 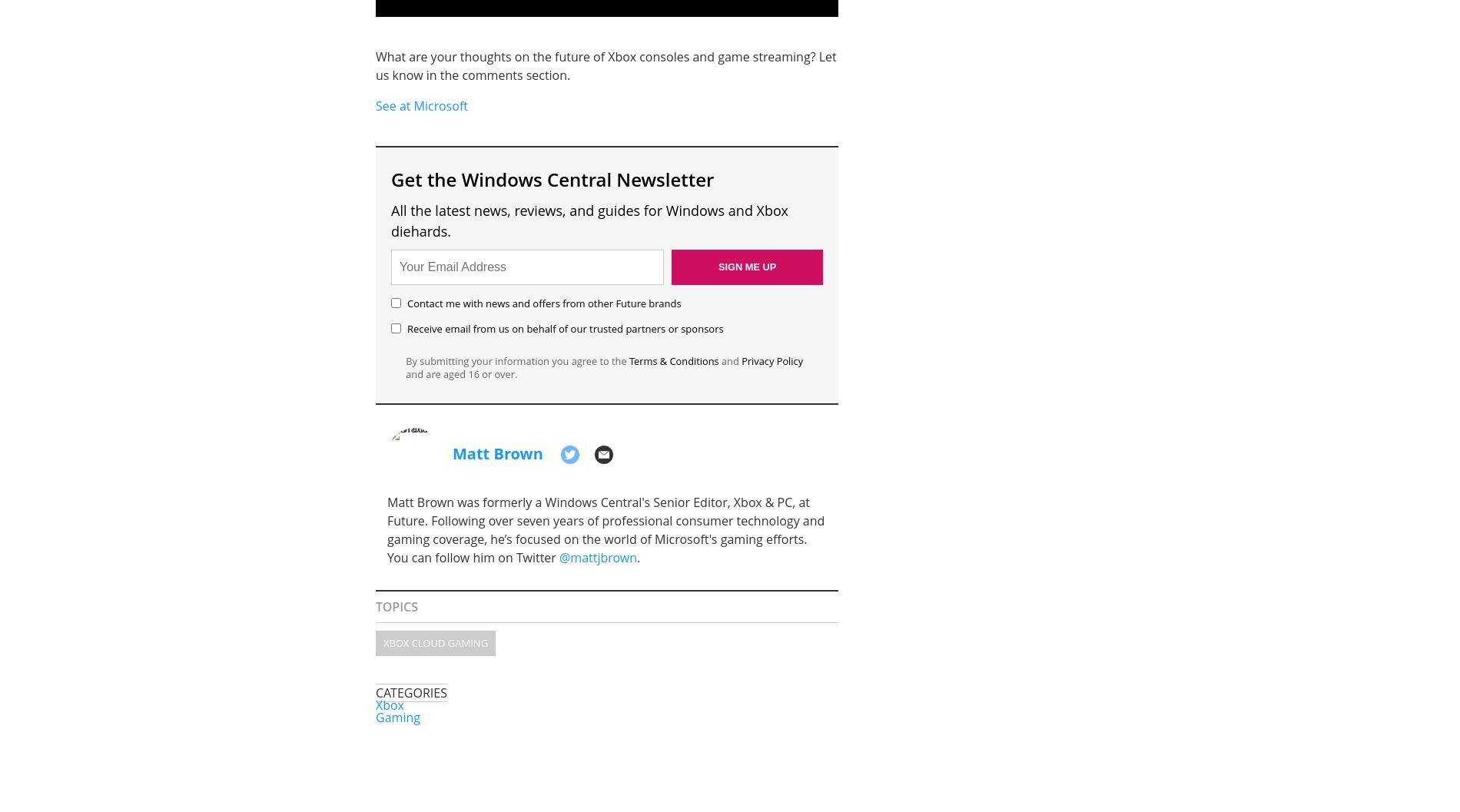 I want to click on 'Privacy Policy', so click(x=742, y=361).